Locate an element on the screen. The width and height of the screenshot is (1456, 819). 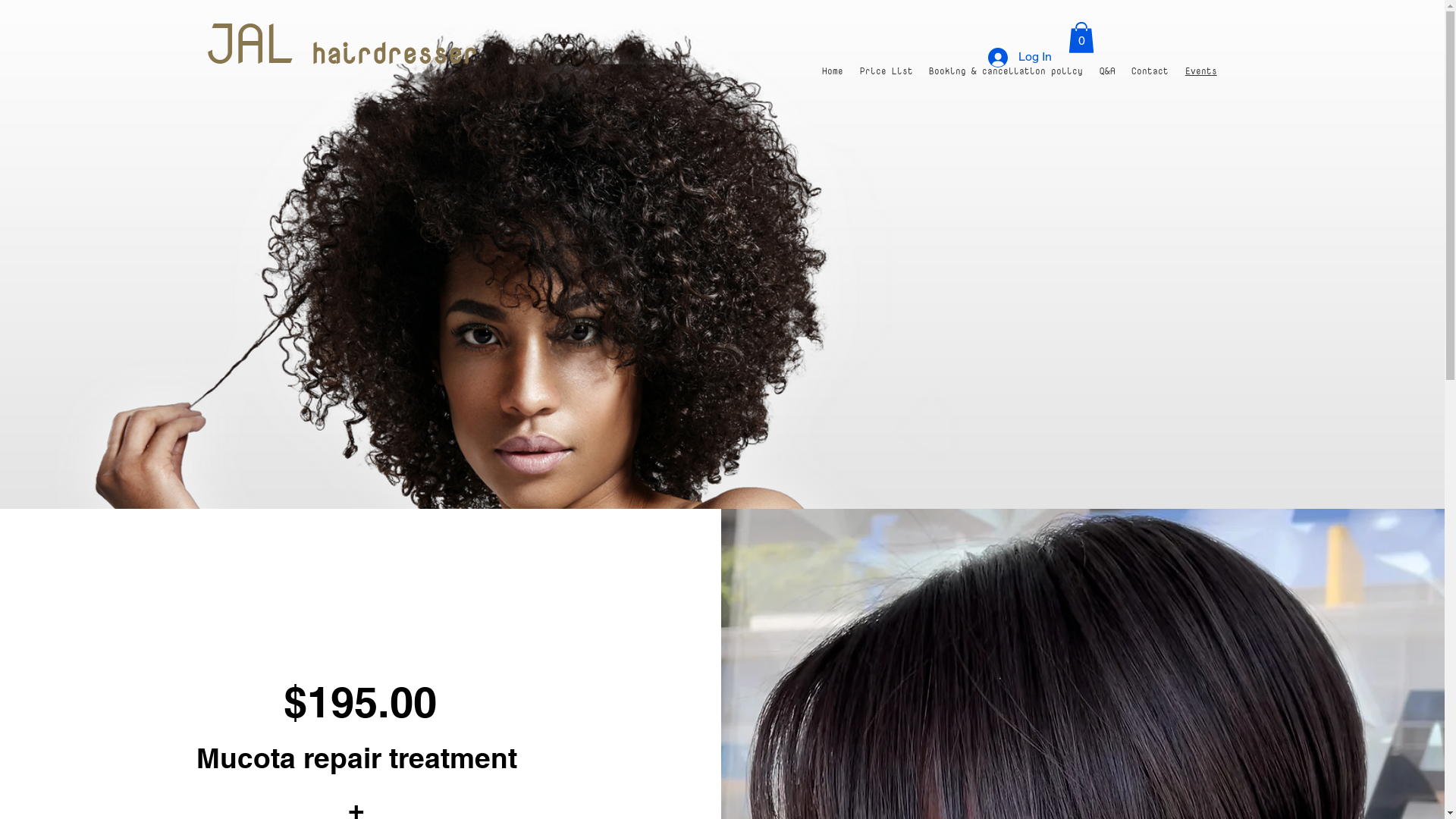
'Contact' is located at coordinates (1150, 71).